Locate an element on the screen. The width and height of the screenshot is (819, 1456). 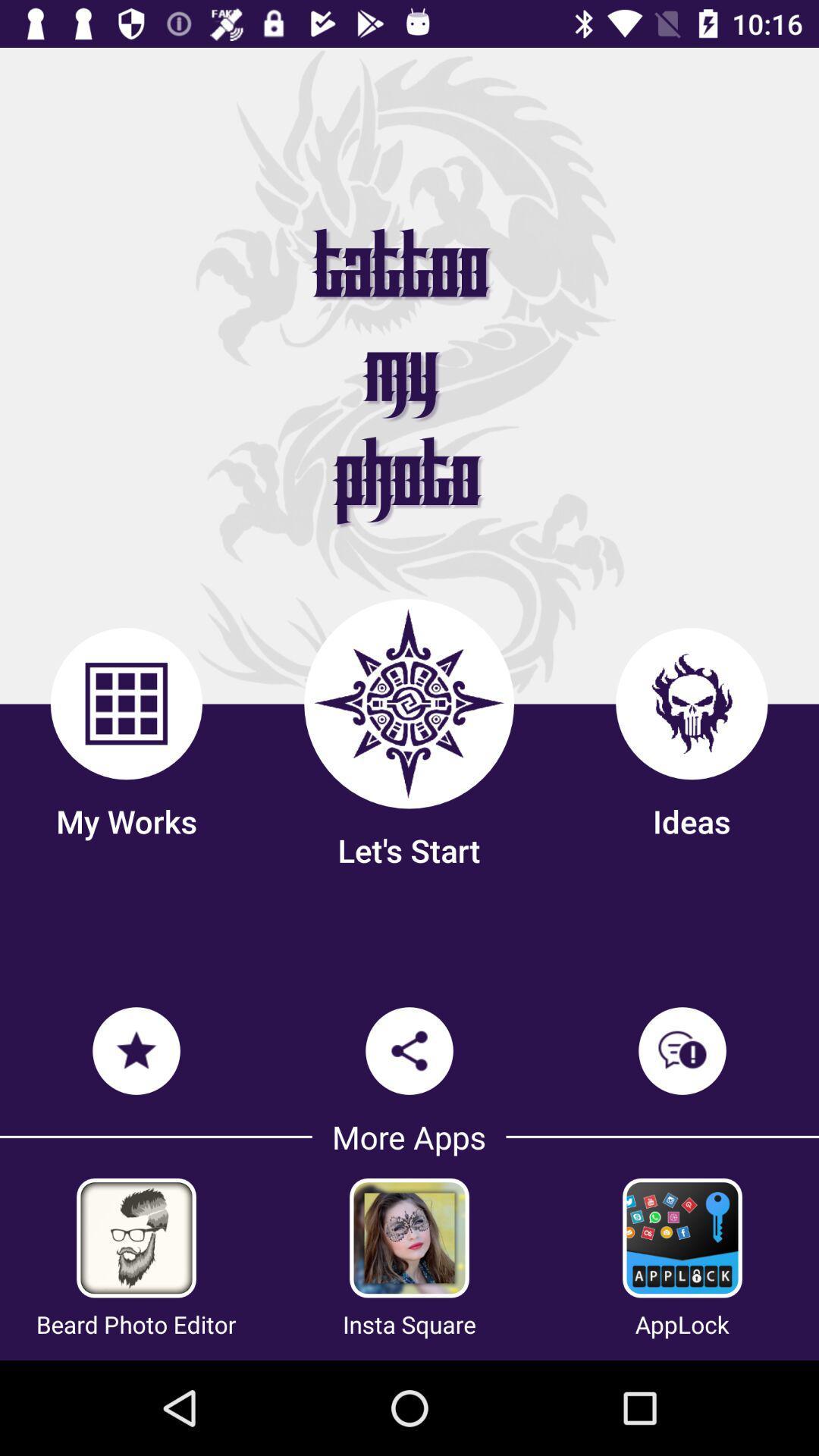
the item next to insta square icon is located at coordinates (681, 1323).